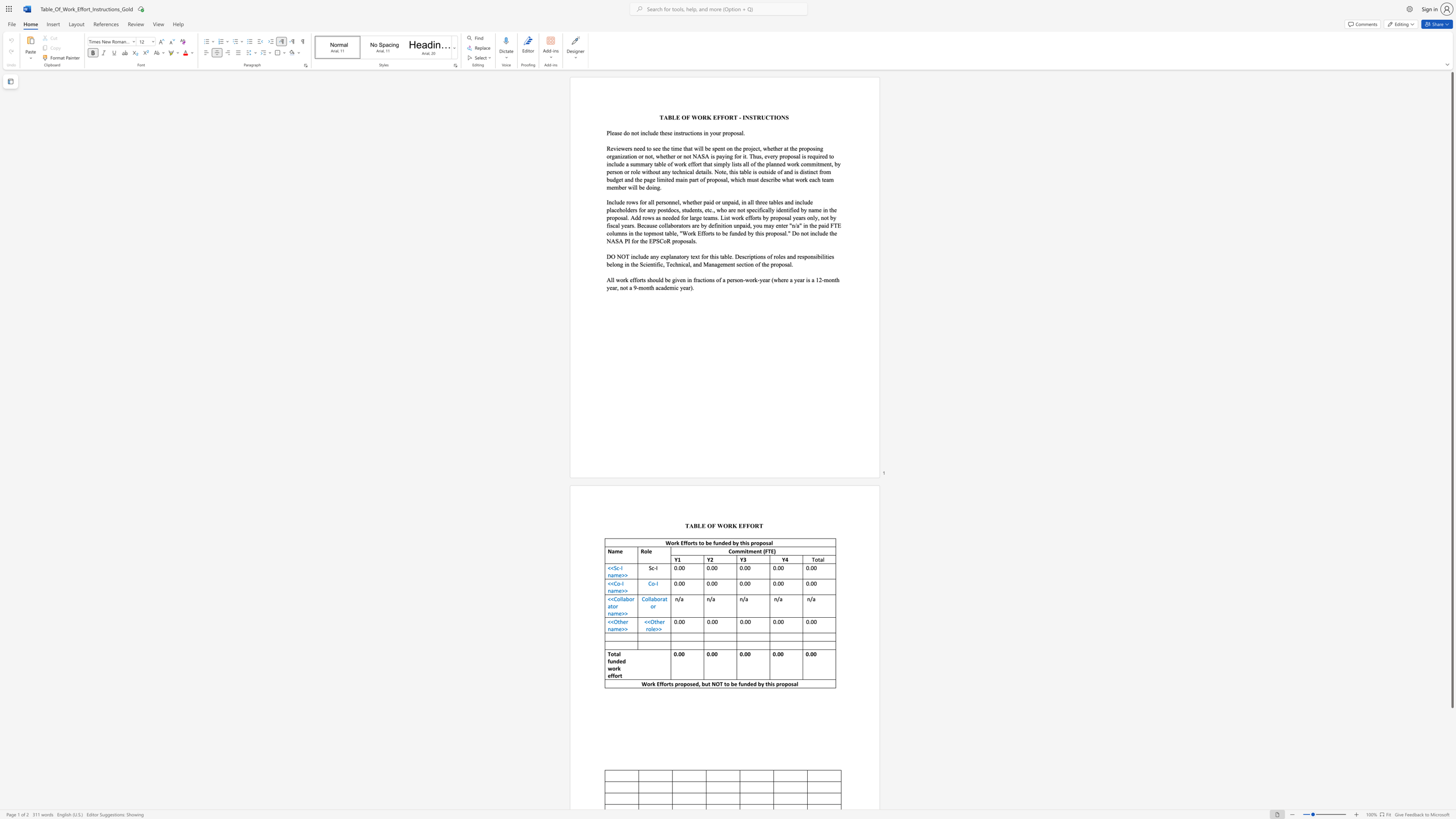  What do you see at coordinates (1451, 781) in the screenshot?
I see `the side scrollbar to bring the page down` at bounding box center [1451, 781].